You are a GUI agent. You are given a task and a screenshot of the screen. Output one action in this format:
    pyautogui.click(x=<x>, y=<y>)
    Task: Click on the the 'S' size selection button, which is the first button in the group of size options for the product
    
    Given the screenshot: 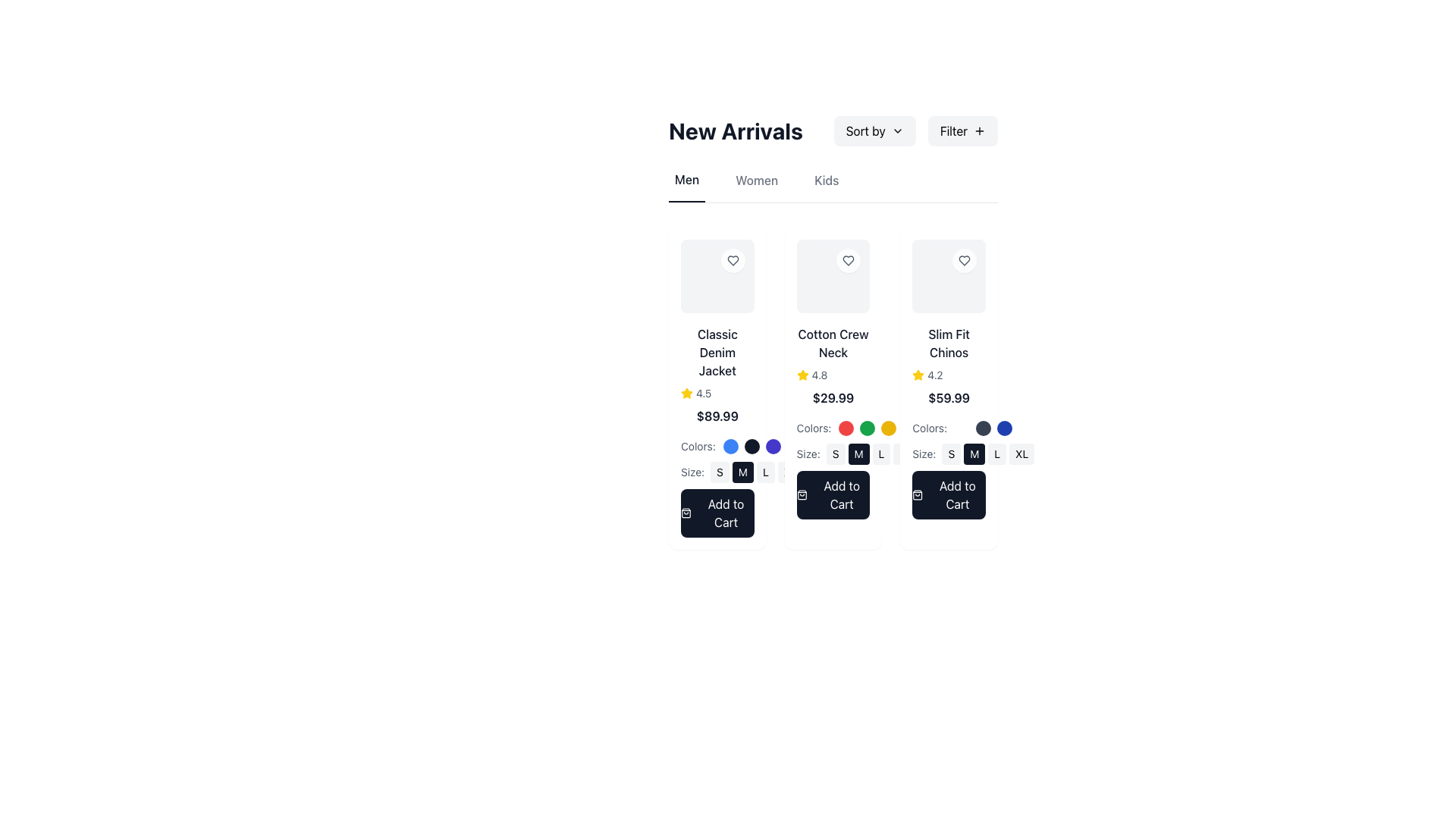 What is the action you would take?
    pyautogui.click(x=719, y=471)
    